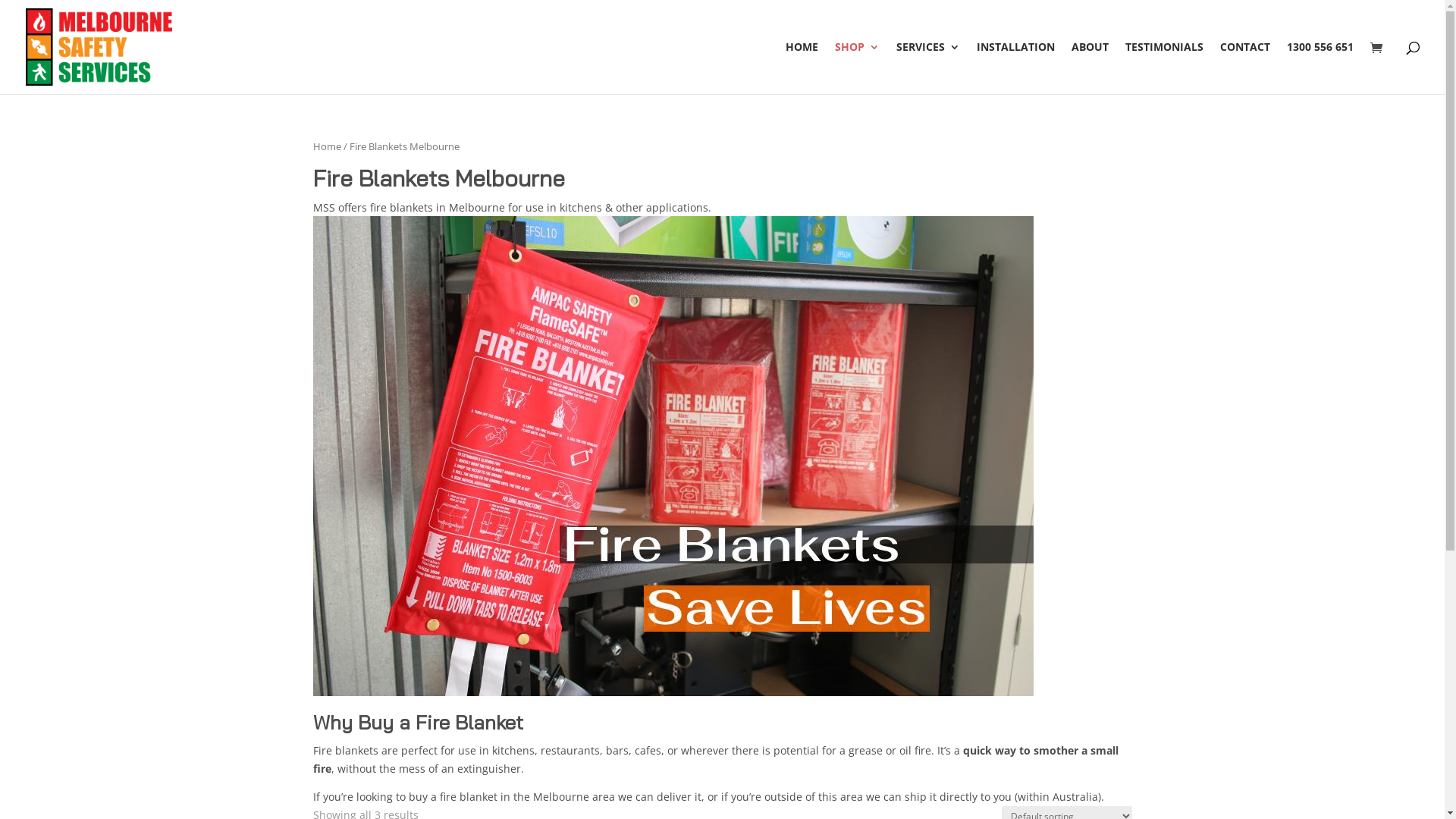  Describe the element at coordinates (1319, 67) in the screenshot. I see `'1300 556 651'` at that location.